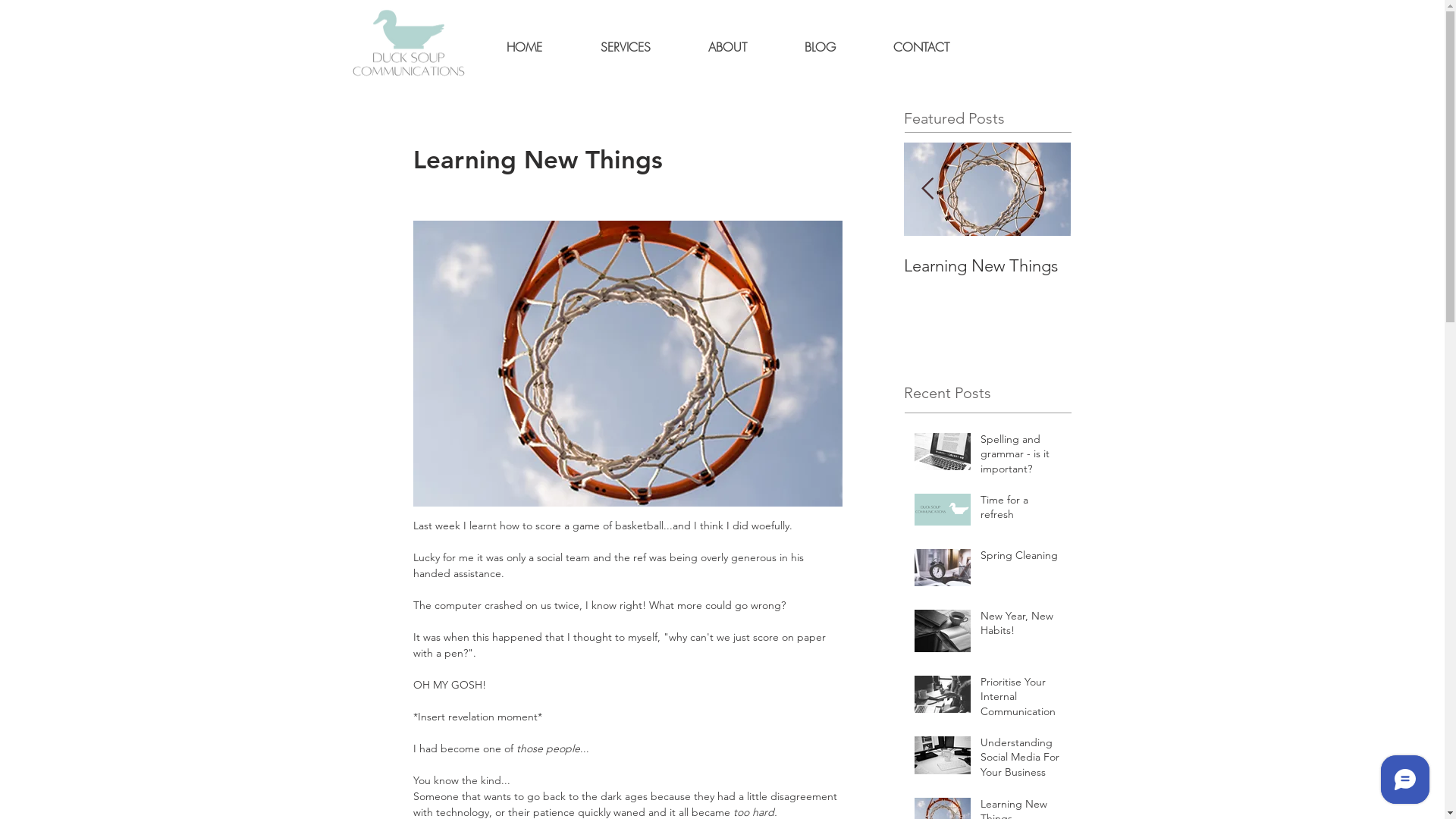 The image size is (1456, 819). I want to click on 'Spelling and grammar - is it important?', so click(1020, 457).